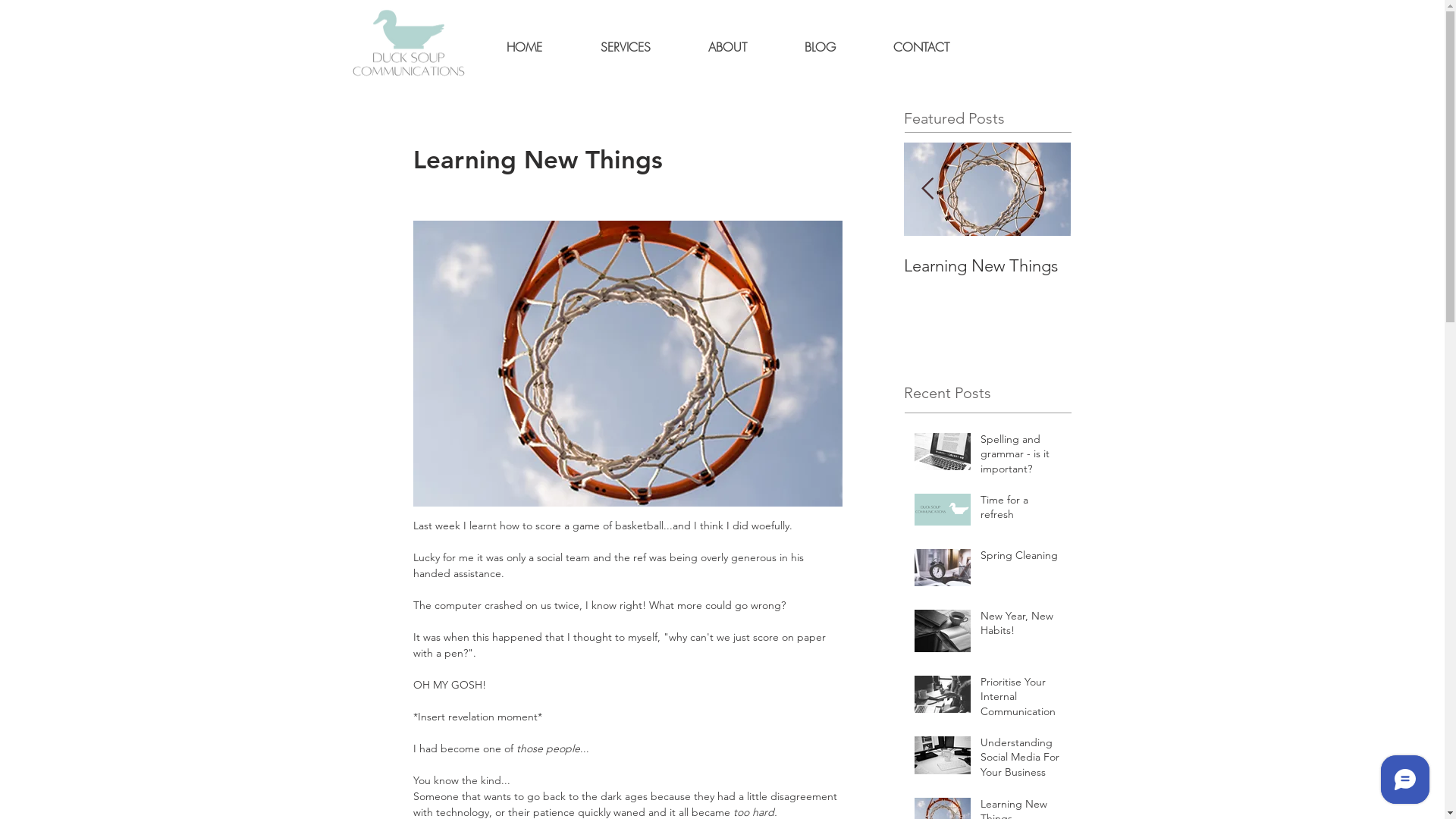 The image size is (1456, 819). I want to click on 'Spelling and grammar - is it important?', so click(1020, 457).